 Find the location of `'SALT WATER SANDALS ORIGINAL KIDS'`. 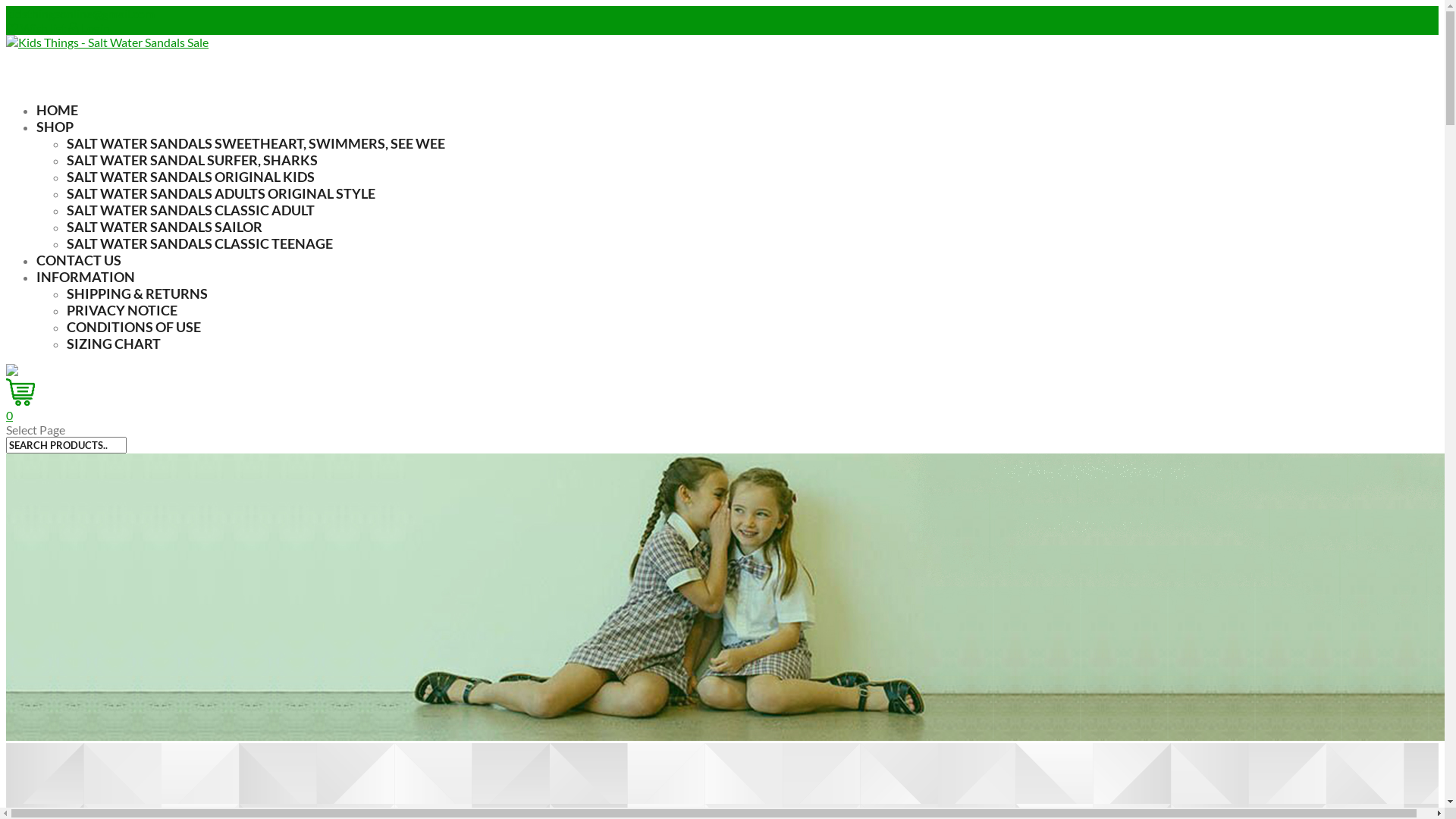

'SALT WATER SANDALS ORIGINAL KIDS' is located at coordinates (190, 175).